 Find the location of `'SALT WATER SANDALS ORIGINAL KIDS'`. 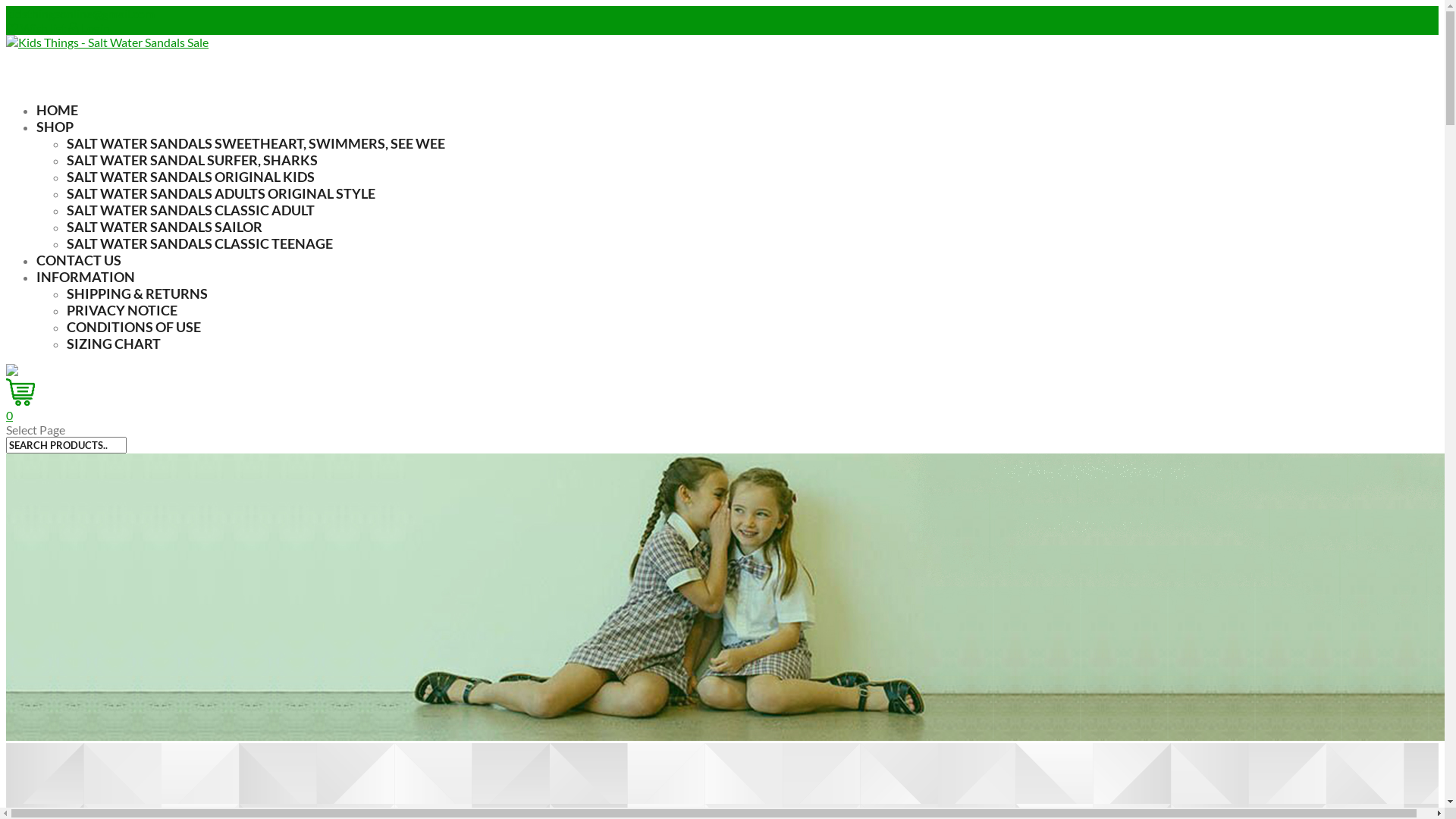

'SALT WATER SANDALS ORIGINAL KIDS' is located at coordinates (190, 175).